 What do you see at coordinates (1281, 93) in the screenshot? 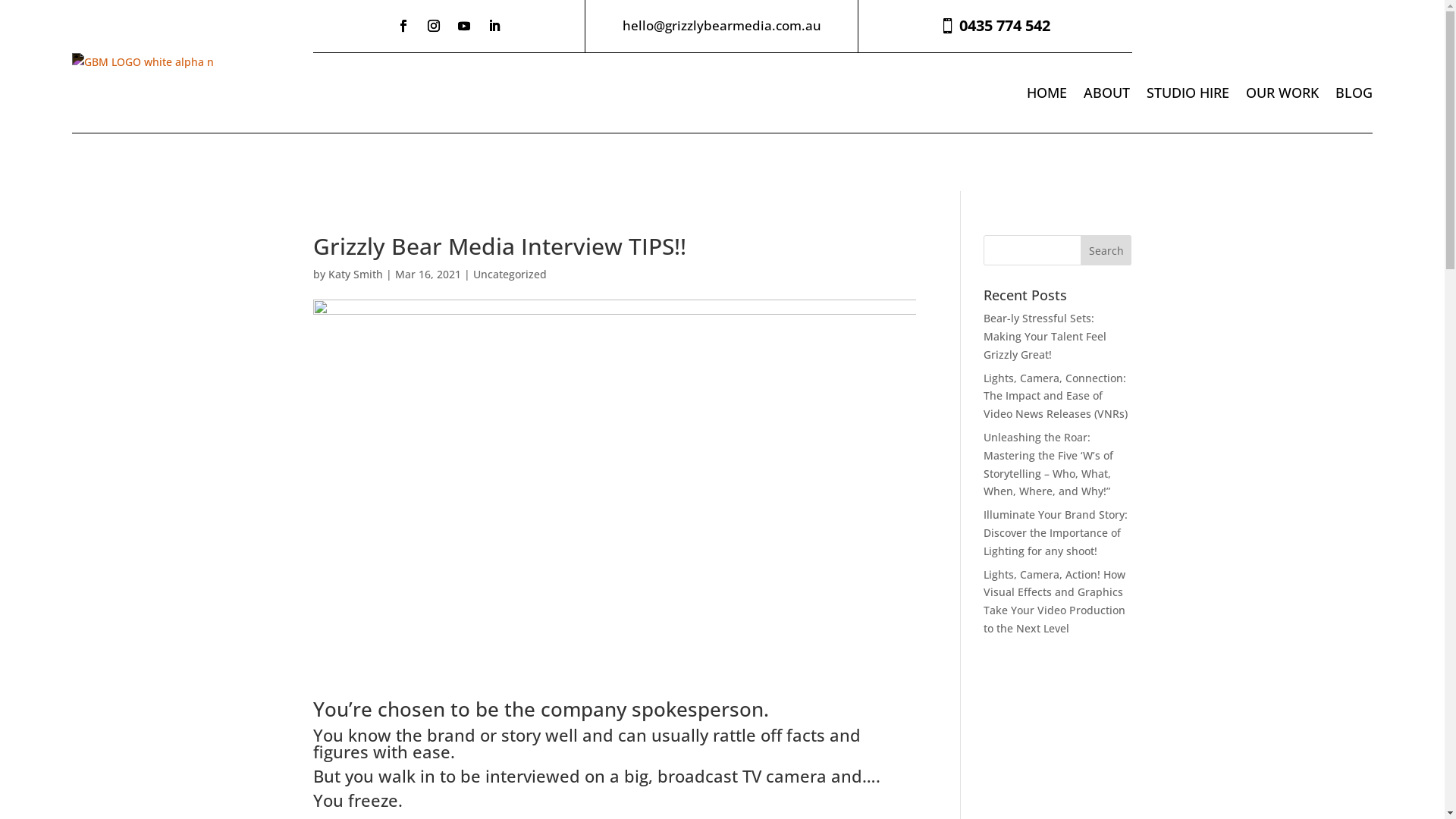
I see `'OUR WORK'` at bounding box center [1281, 93].